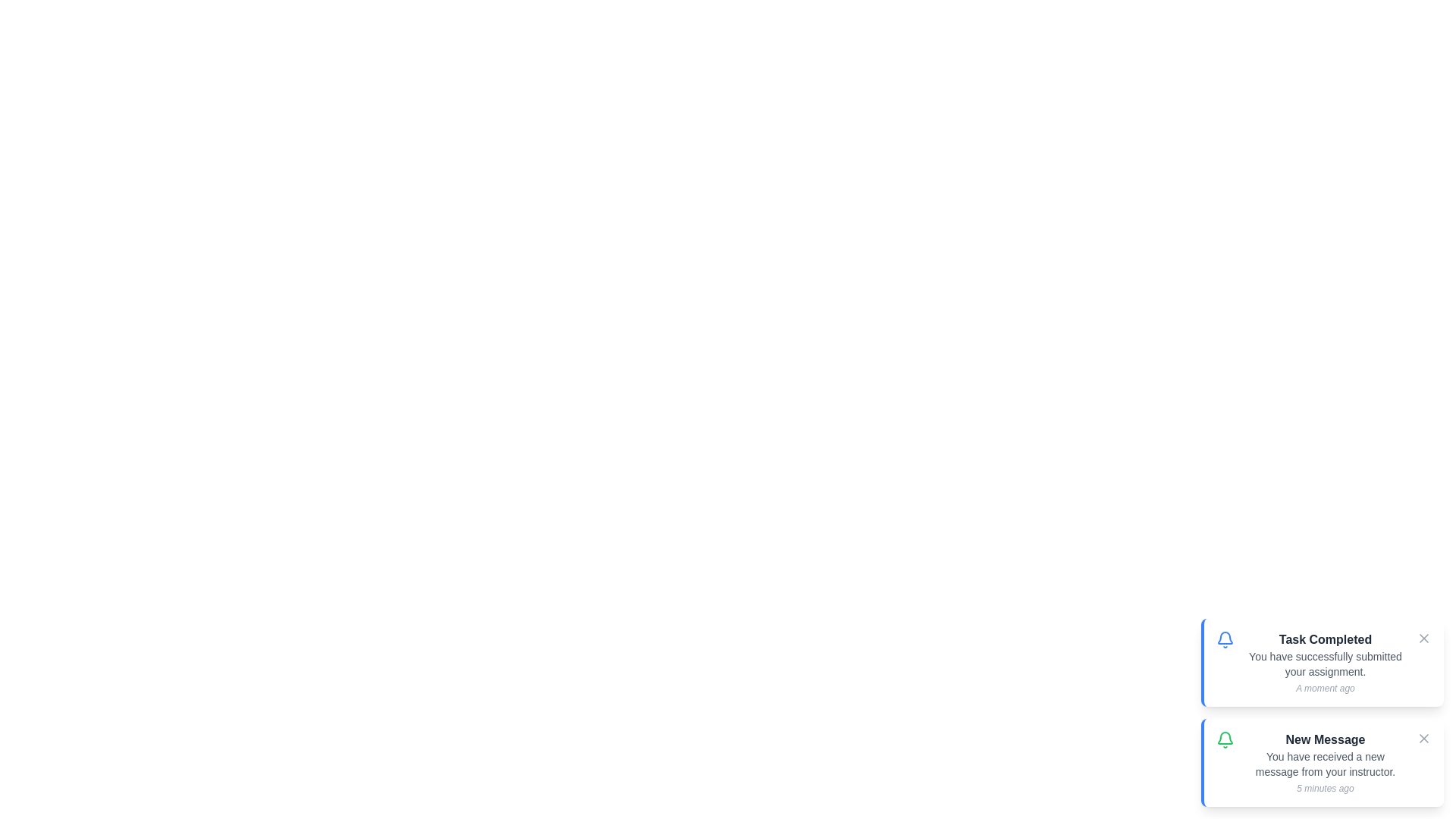 The width and height of the screenshot is (1456, 819). What do you see at coordinates (1324, 688) in the screenshot?
I see `the timestamp text of the notification` at bounding box center [1324, 688].